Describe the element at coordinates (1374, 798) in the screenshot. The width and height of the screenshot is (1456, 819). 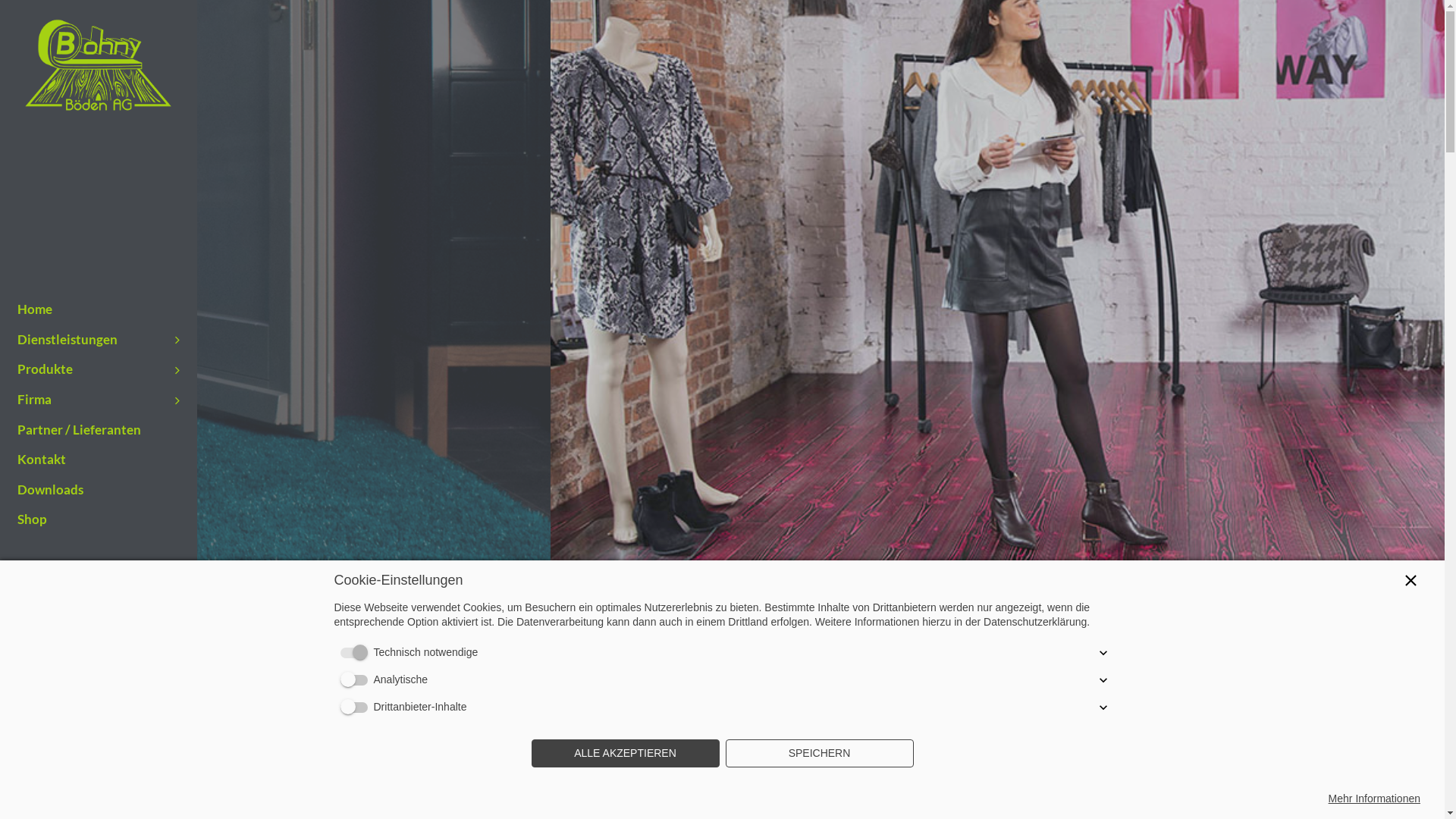
I see `'Mehr Informationen'` at that location.